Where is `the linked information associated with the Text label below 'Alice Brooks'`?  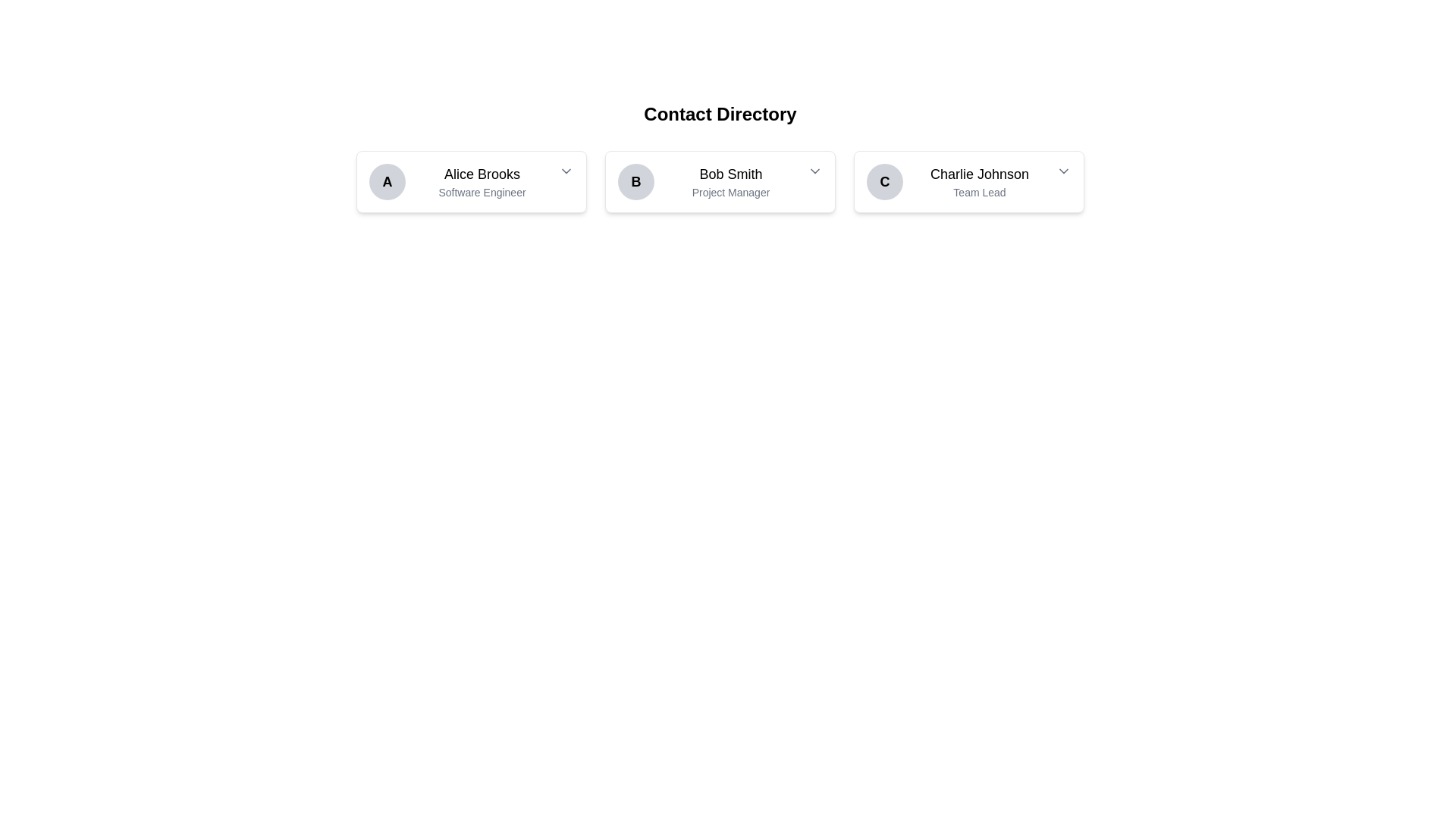 the linked information associated with the Text label below 'Alice Brooks' is located at coordinates (481, 192).